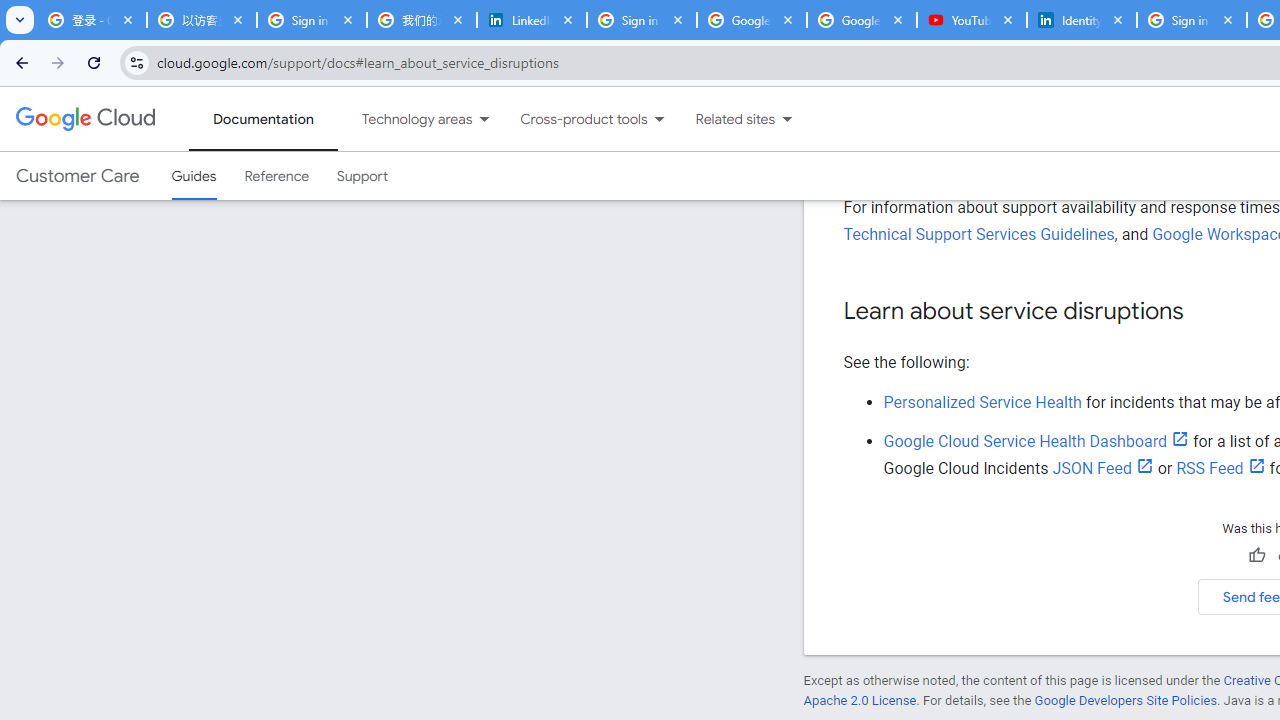 The image size is (1280, 720). Describe the element at coordinates (276, 175) in the screenshot. I see `'Reference'` at that location.